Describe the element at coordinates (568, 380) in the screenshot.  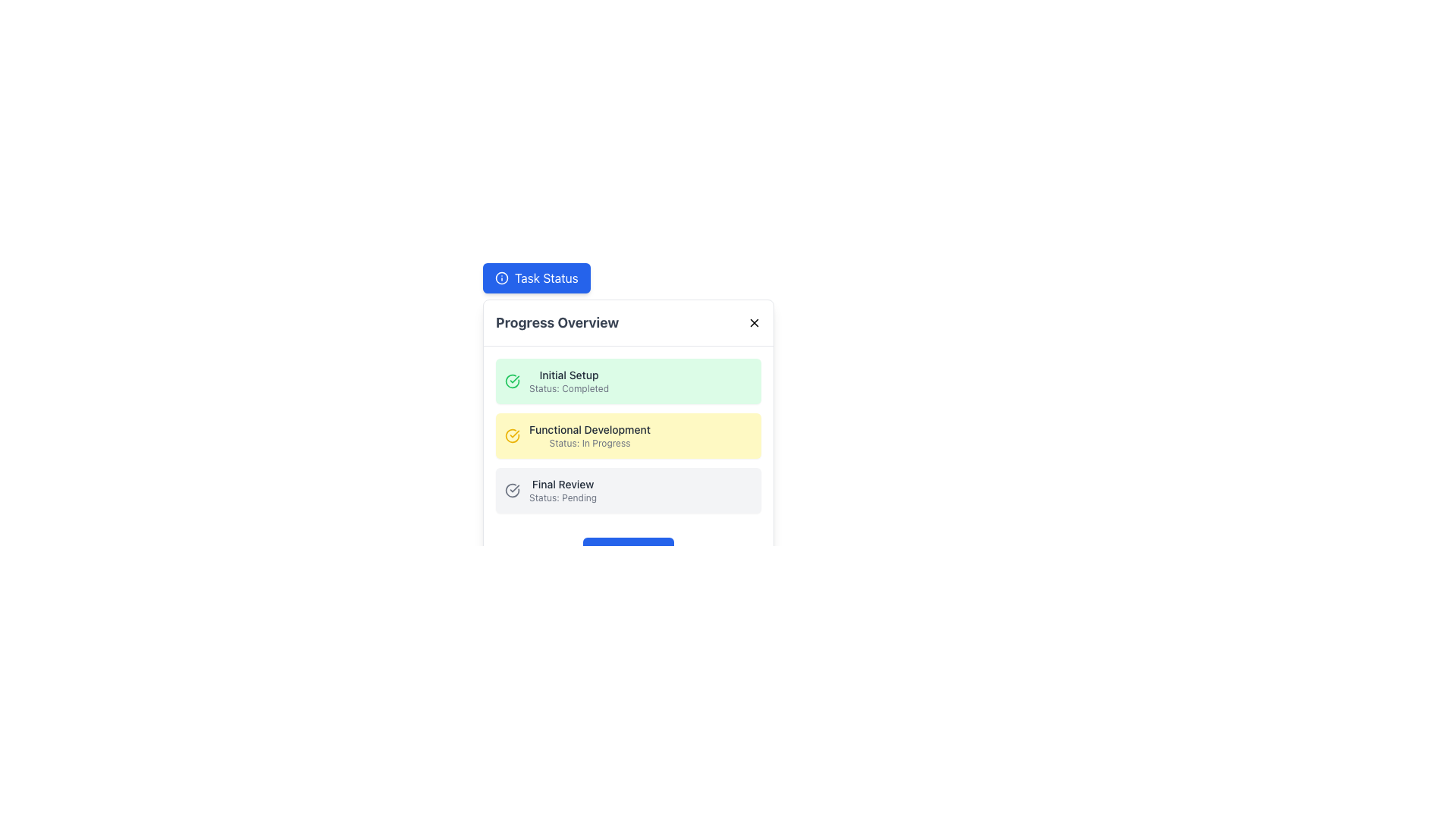
I see `text label displaying 'Initial Setup' with the subtext 'Status: Completed' on a green-highlighted background, located in the first section of a list-style arrangement, positioned to the right of a green checkmark icon` at that location.